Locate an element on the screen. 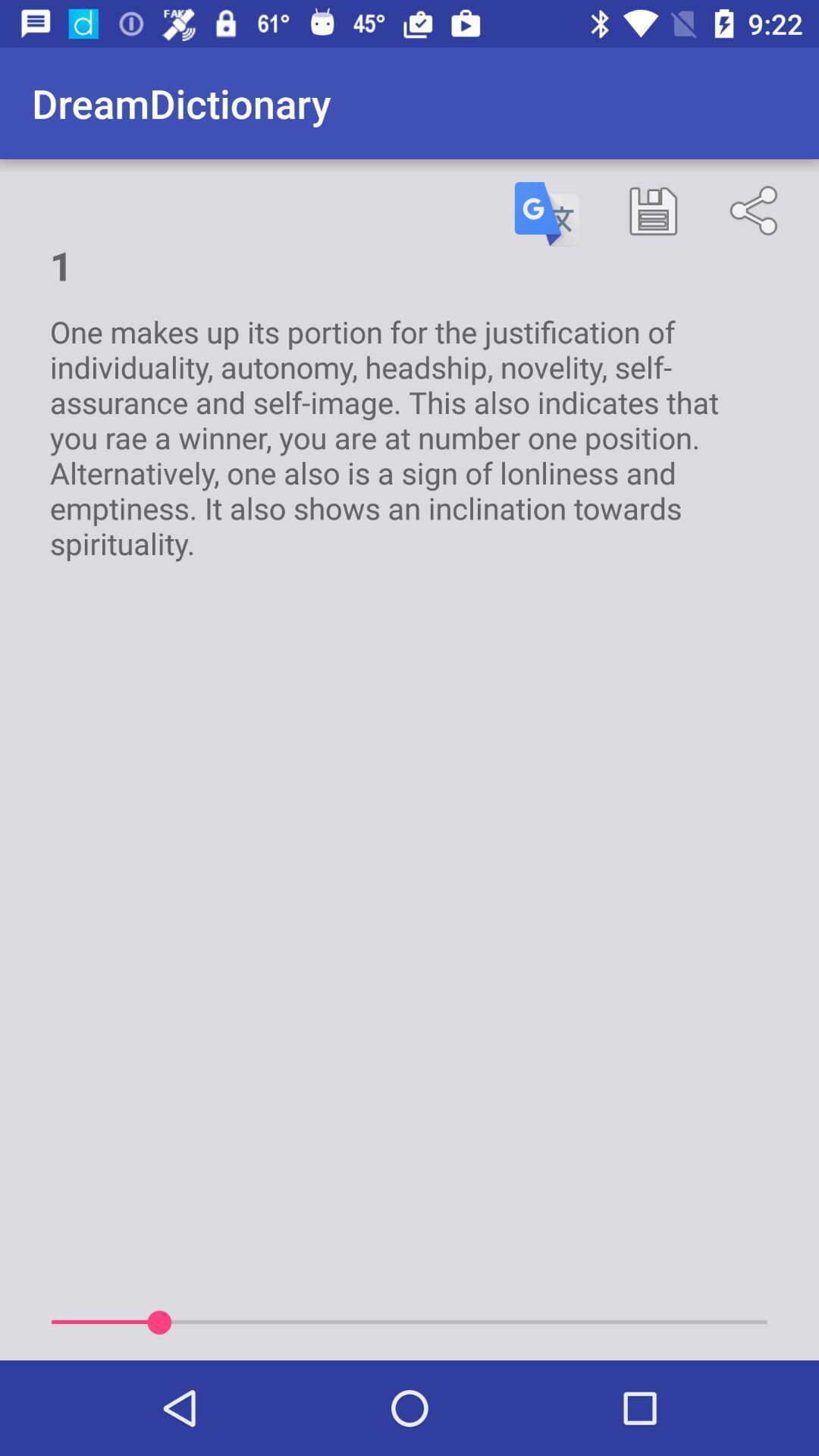 The height and width of the screenshot is (1456, 819). the share icon is located at coordinates (757, 210).